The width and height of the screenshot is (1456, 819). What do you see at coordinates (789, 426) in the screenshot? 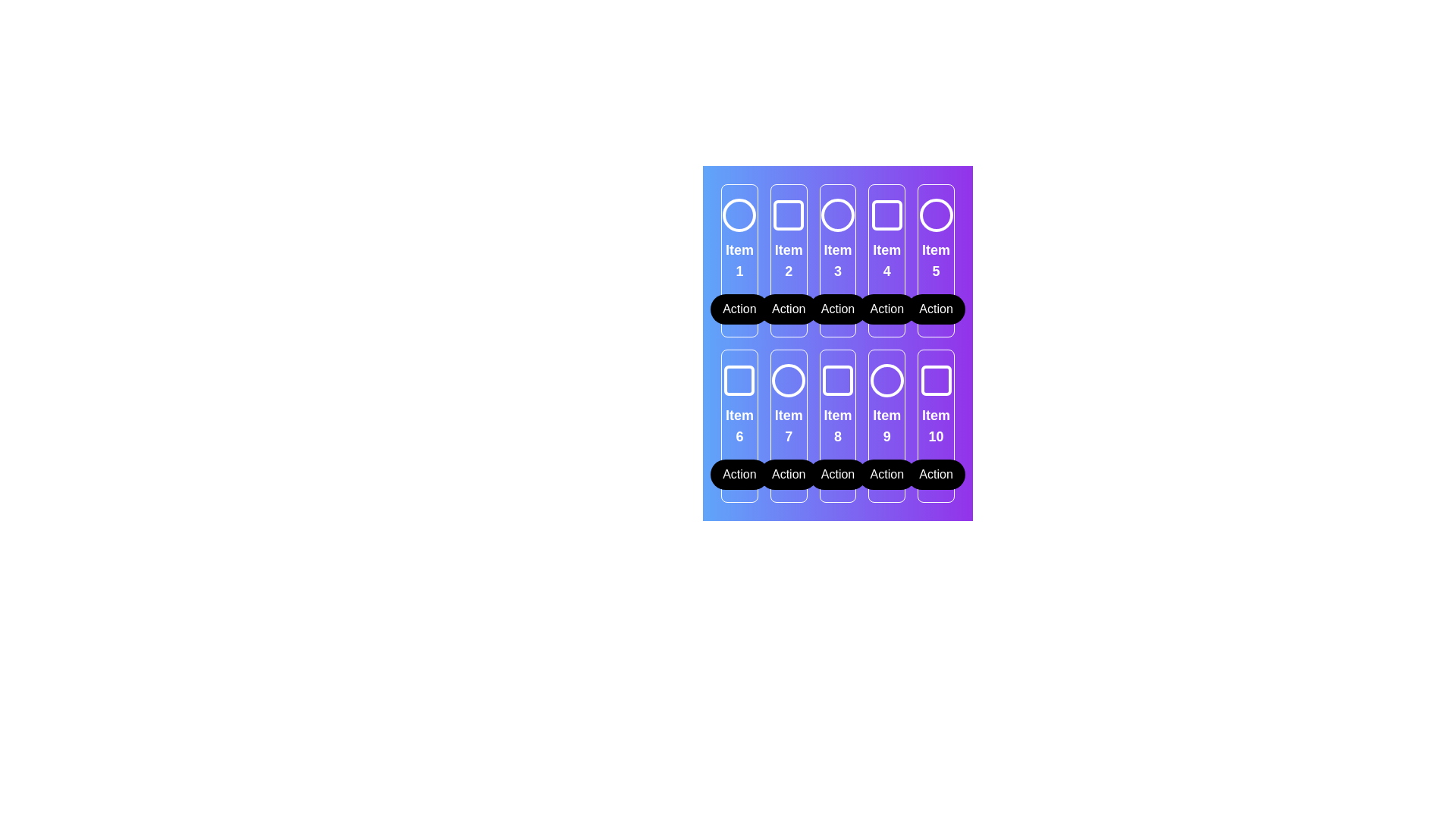
I see `the text 'Item 7' in the composite component that includes a circular icon and an interactive button labeled 'Action'` at bounding box center [789, 426].